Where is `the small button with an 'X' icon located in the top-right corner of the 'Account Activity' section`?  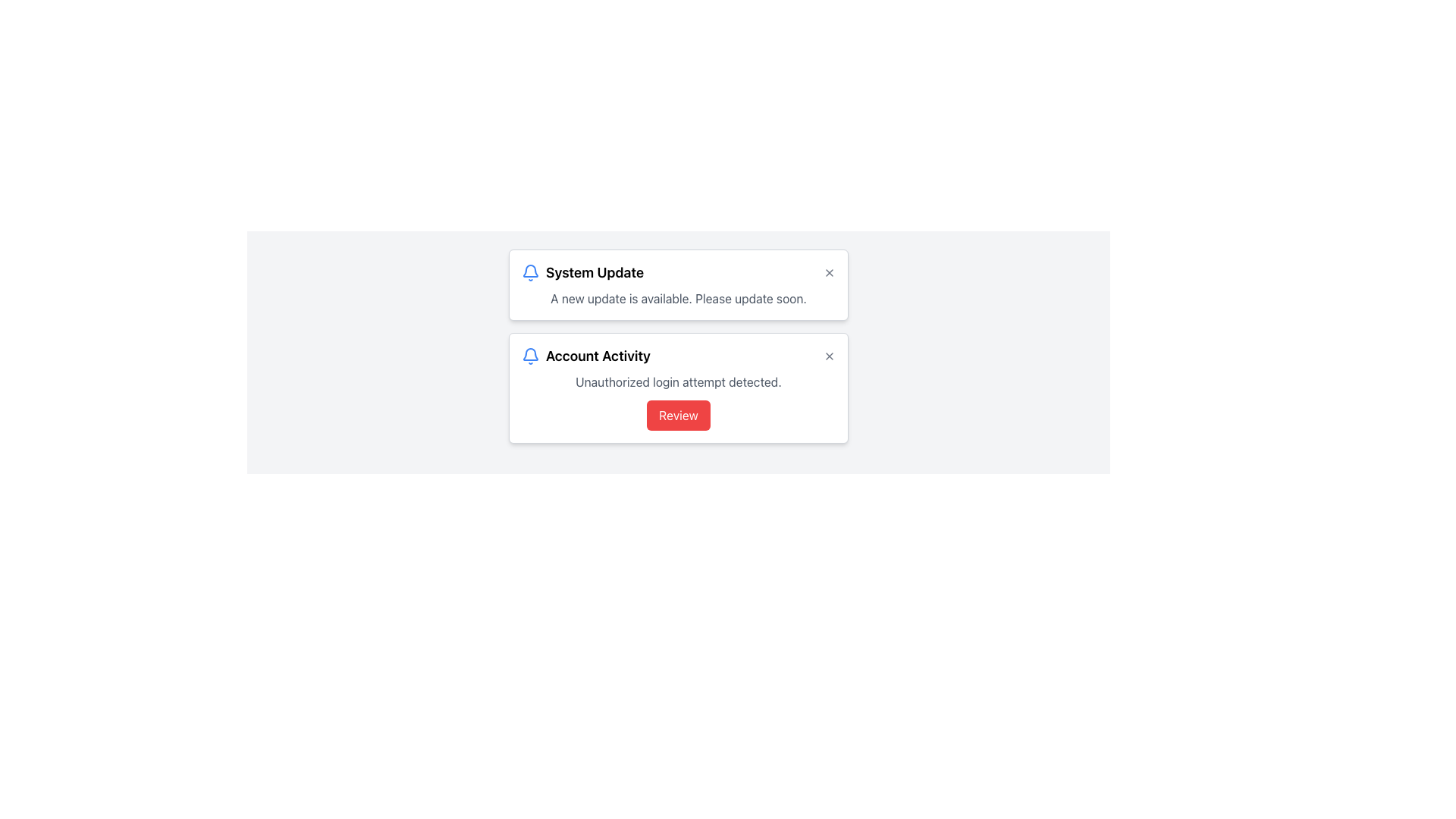 the small button with an 'X' icon located in the top-right corner of the 'Account Activity' section is located at coordinates (829, 356).